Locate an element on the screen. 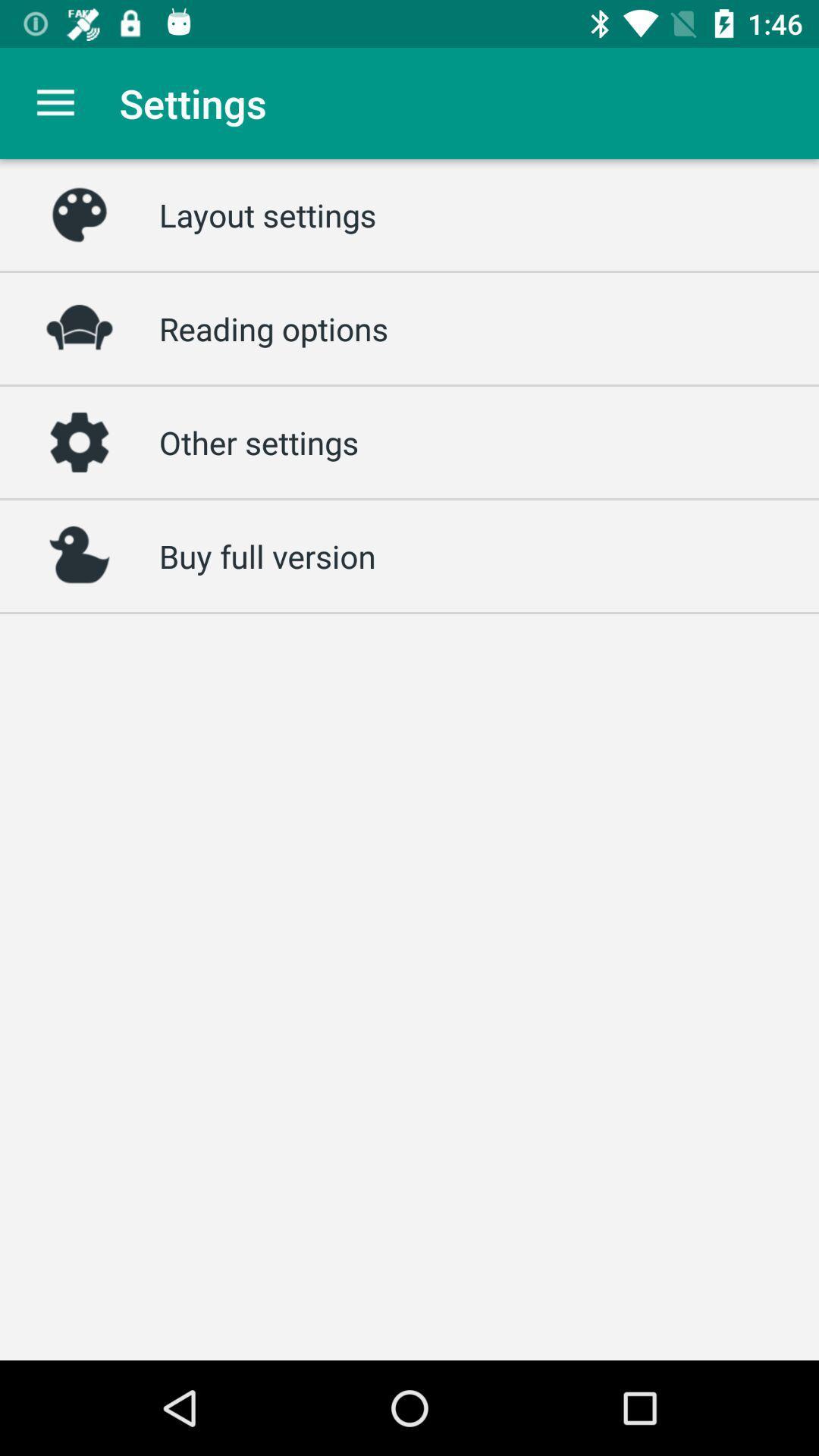 The image size is (819, 1456). the reading options item is located at coordinates (274, 328).